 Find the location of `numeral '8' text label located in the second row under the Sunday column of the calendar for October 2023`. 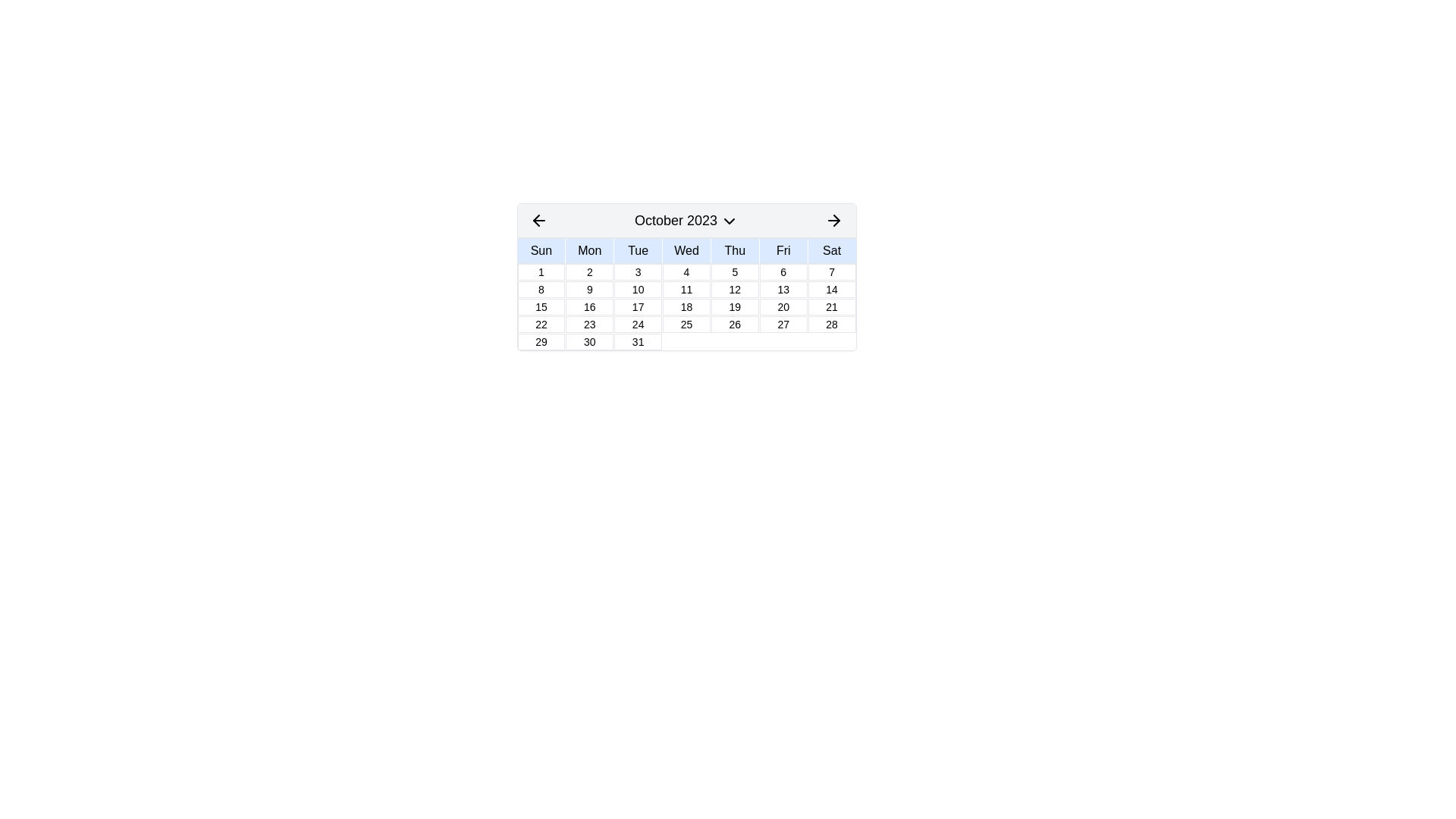

numeral '8' text label located in the second row under the Sunday column of the calendar for October 2023 is located at coordinates (541, 289).